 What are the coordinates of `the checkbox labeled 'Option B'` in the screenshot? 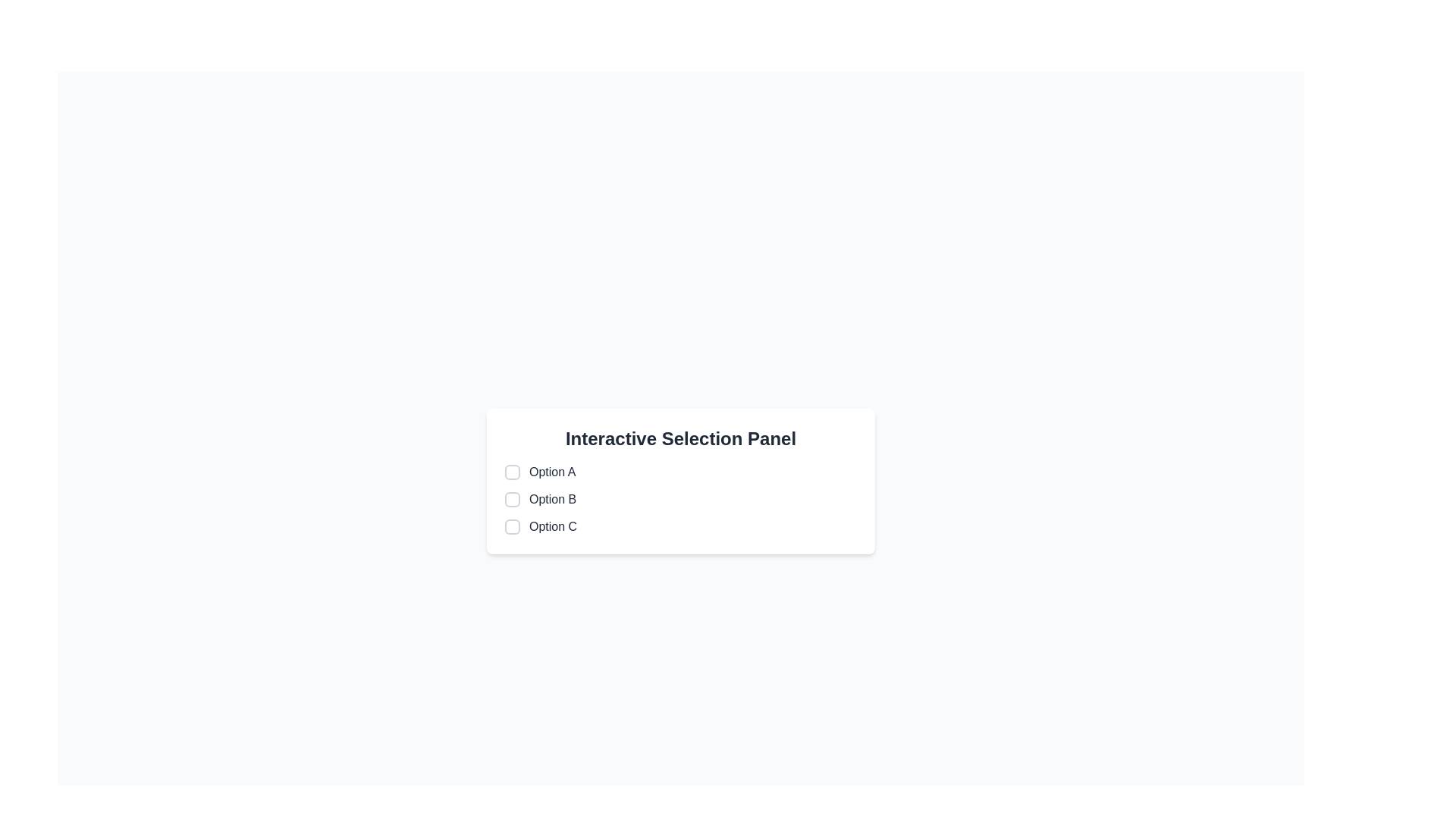 It's located at (679, 500).